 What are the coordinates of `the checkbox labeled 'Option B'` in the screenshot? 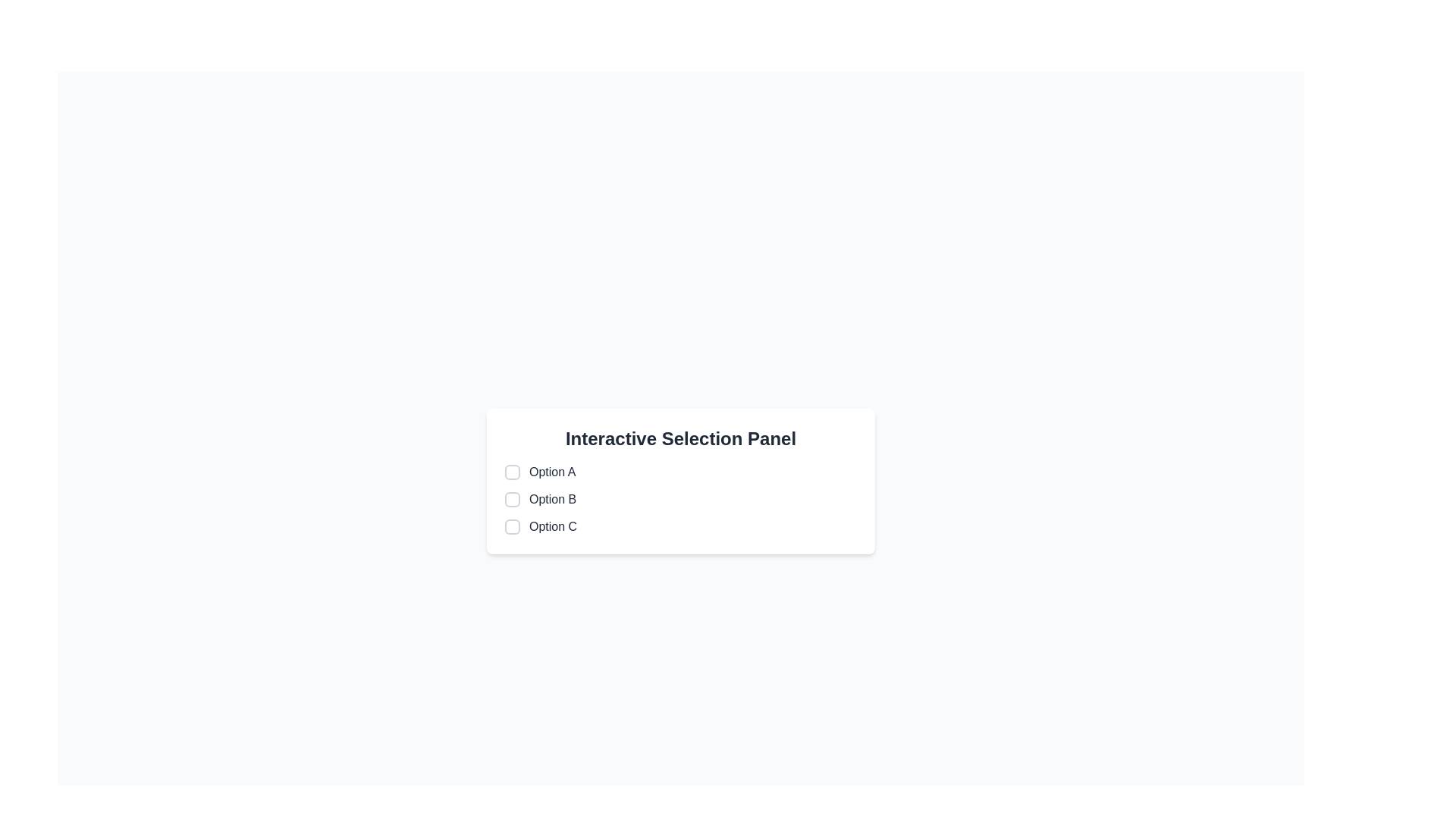 It's located at (679, 500).